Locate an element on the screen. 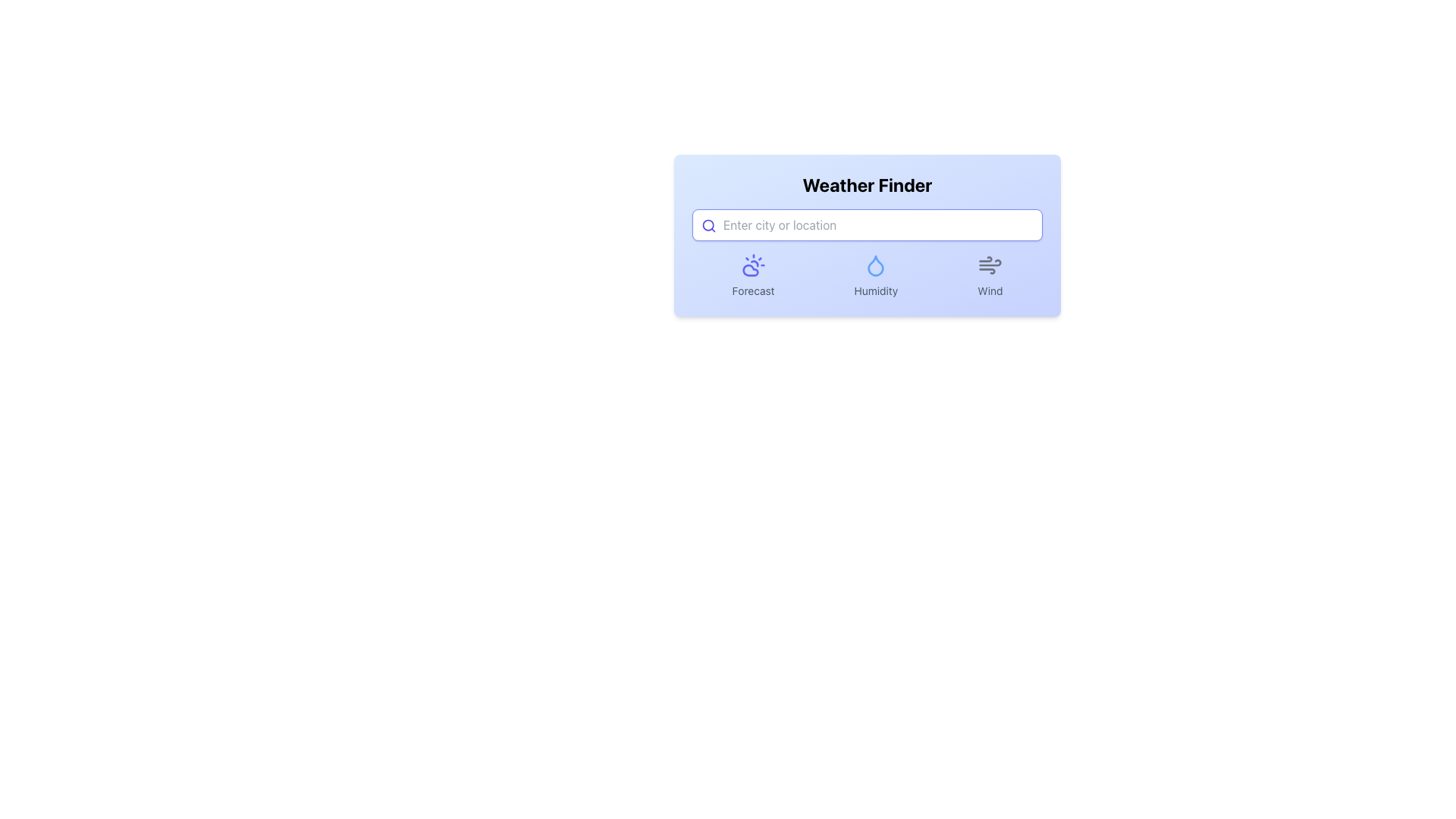  the indigo cloud icon representing weather conditions within the 'Forecast' section, located in the lower half of the interface is located at coordinates (750, 269).